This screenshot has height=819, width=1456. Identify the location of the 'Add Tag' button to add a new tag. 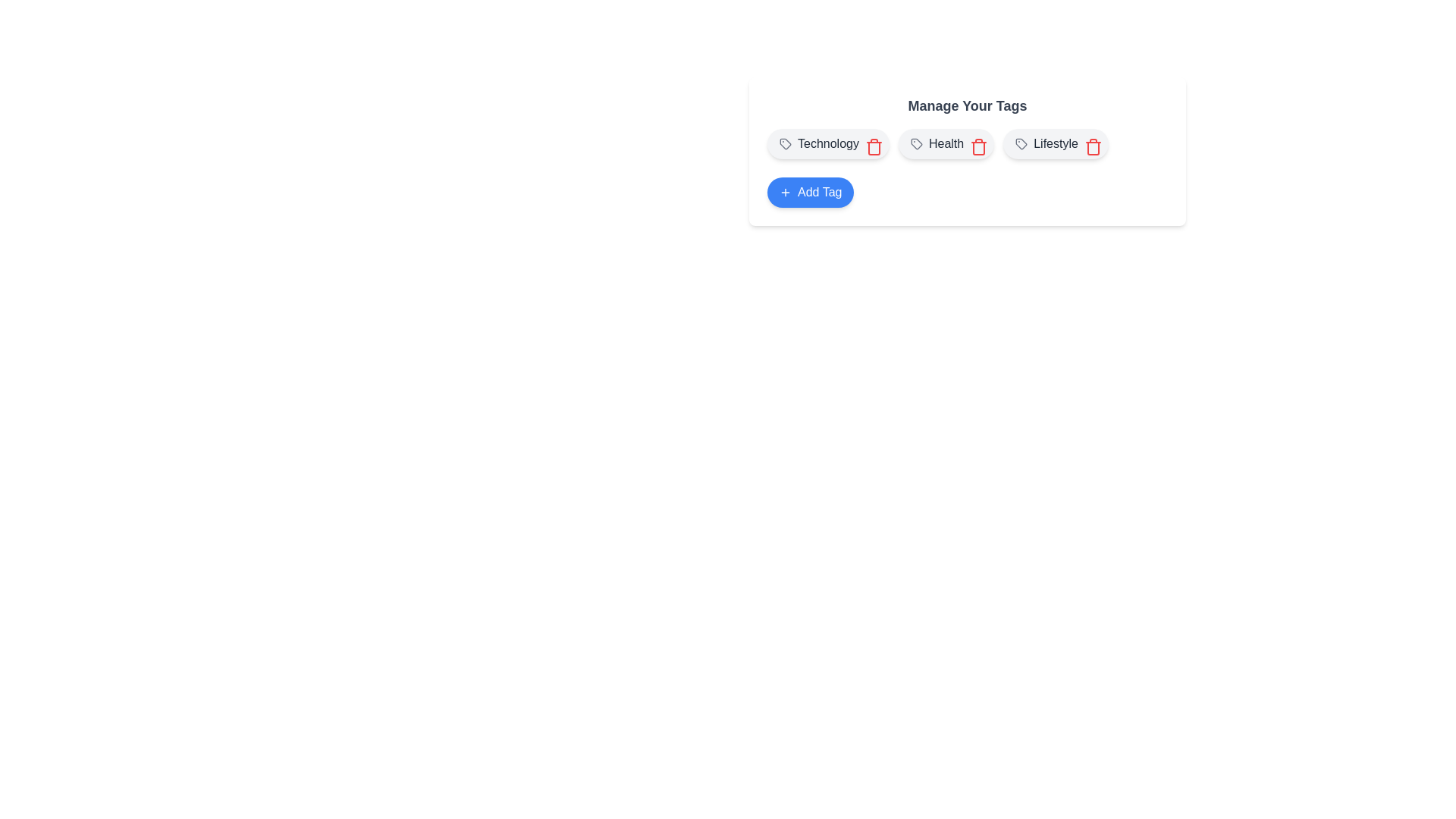
(810, 192).